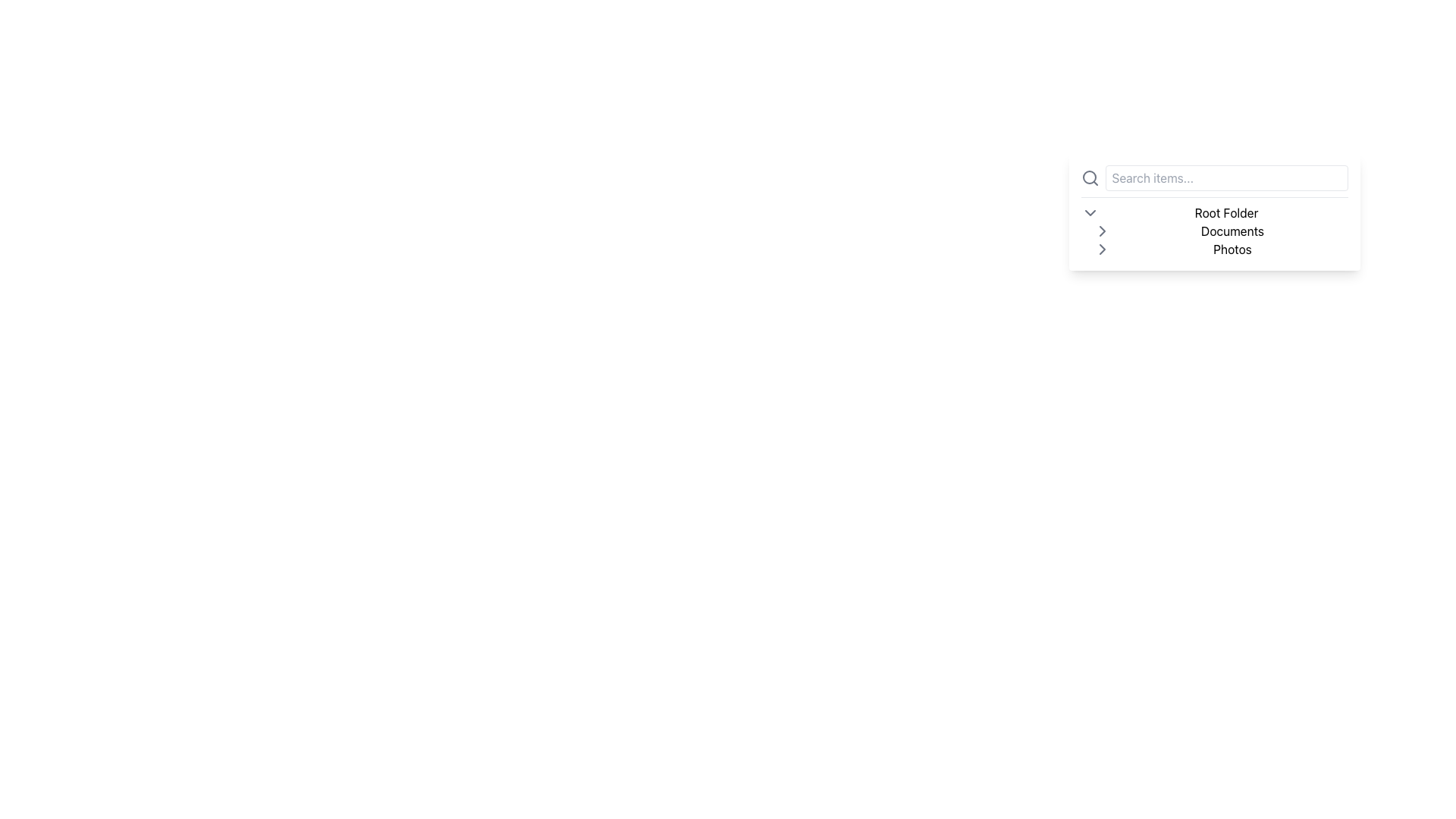 Image resolution: width=1456 pixels, height=819 pixels. What do you see at coordinates (1214, 231) in the screenshot?
I see `the 'Documents' folder label in the file explorer` at bounding box center [1214, 231].